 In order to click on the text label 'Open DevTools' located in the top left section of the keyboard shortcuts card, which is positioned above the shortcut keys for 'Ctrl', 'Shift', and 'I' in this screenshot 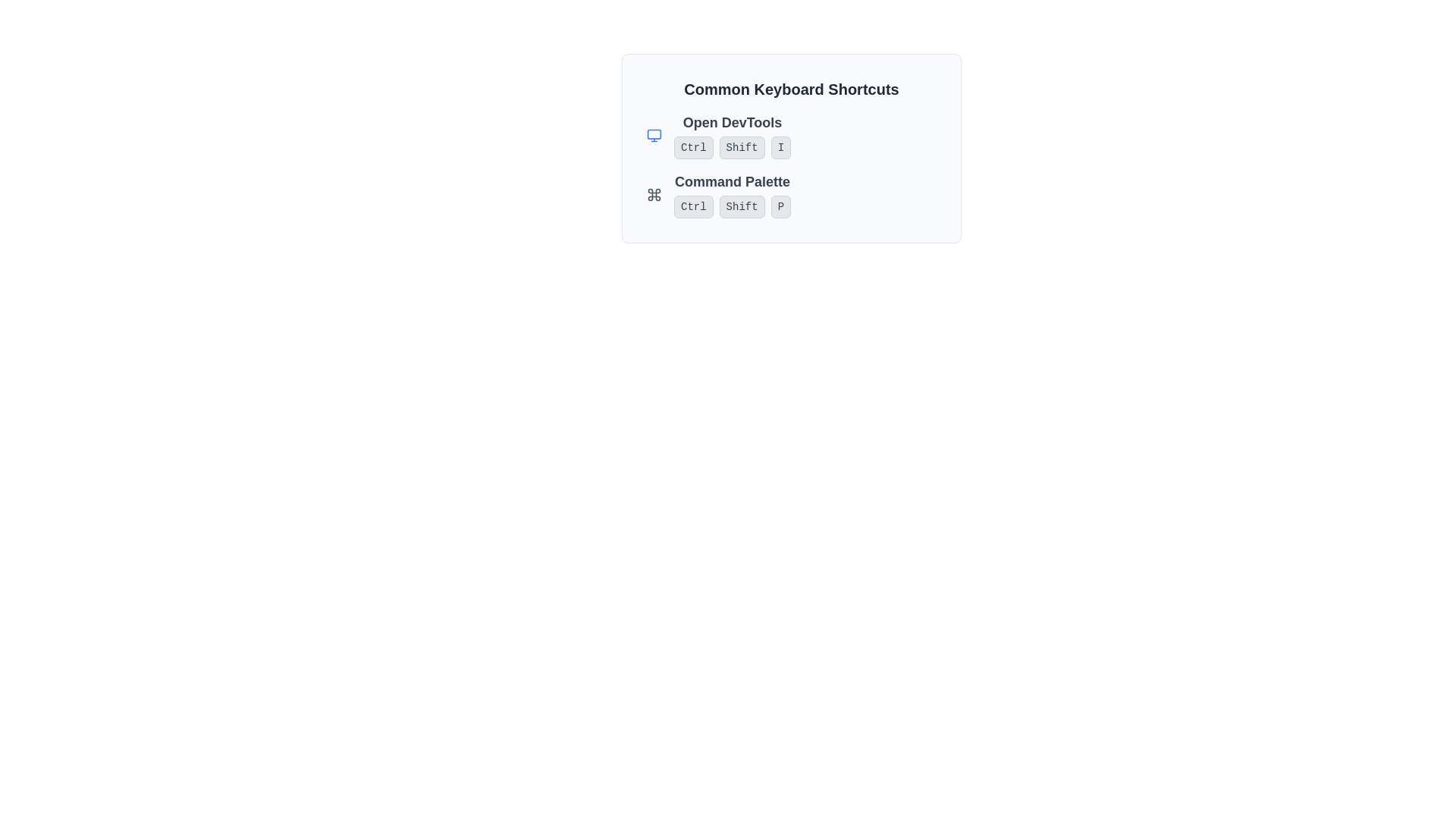, I will do `click(732, 122)`.